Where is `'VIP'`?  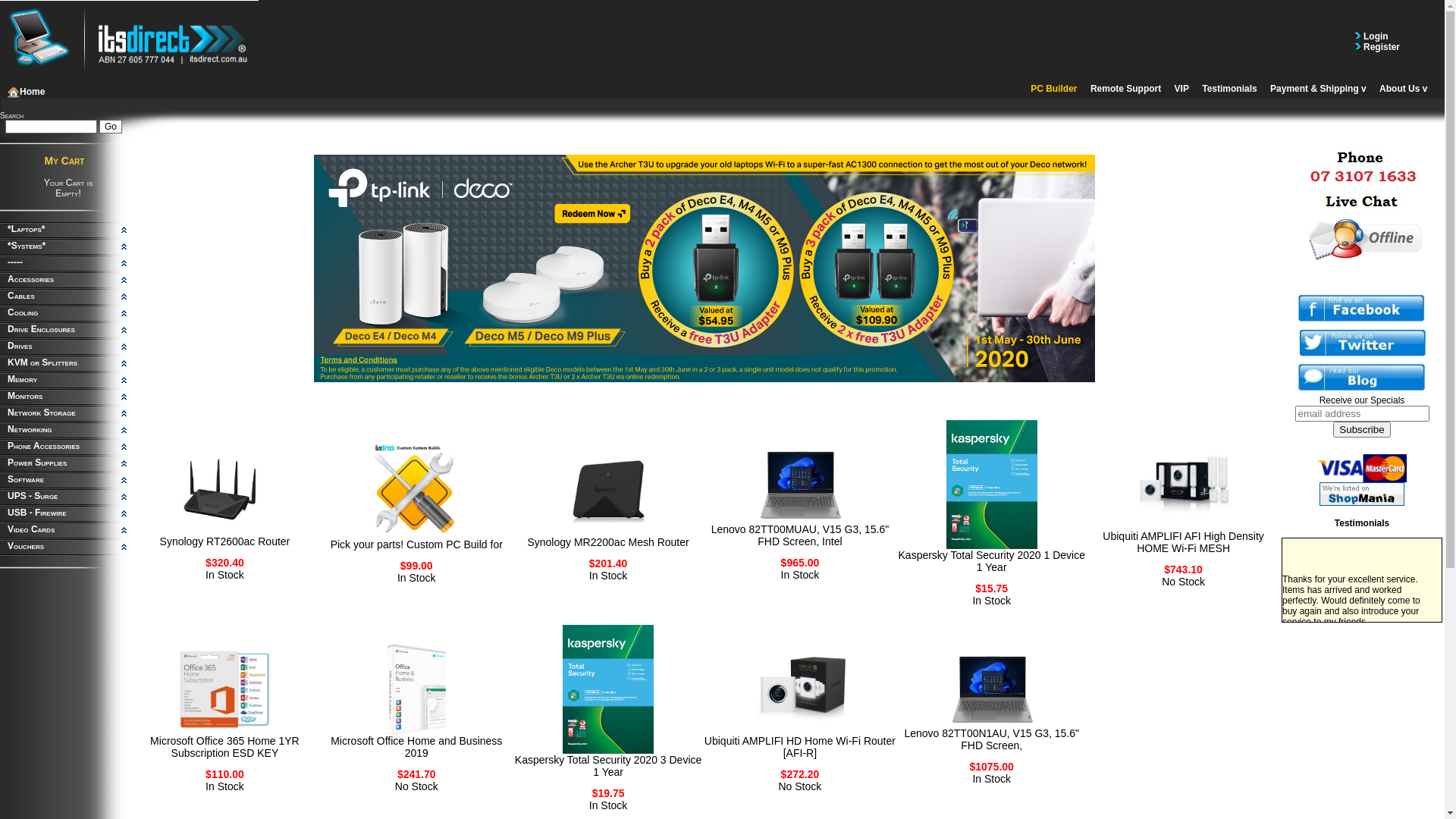 'VIP' is located at coordinates (1181, 88).